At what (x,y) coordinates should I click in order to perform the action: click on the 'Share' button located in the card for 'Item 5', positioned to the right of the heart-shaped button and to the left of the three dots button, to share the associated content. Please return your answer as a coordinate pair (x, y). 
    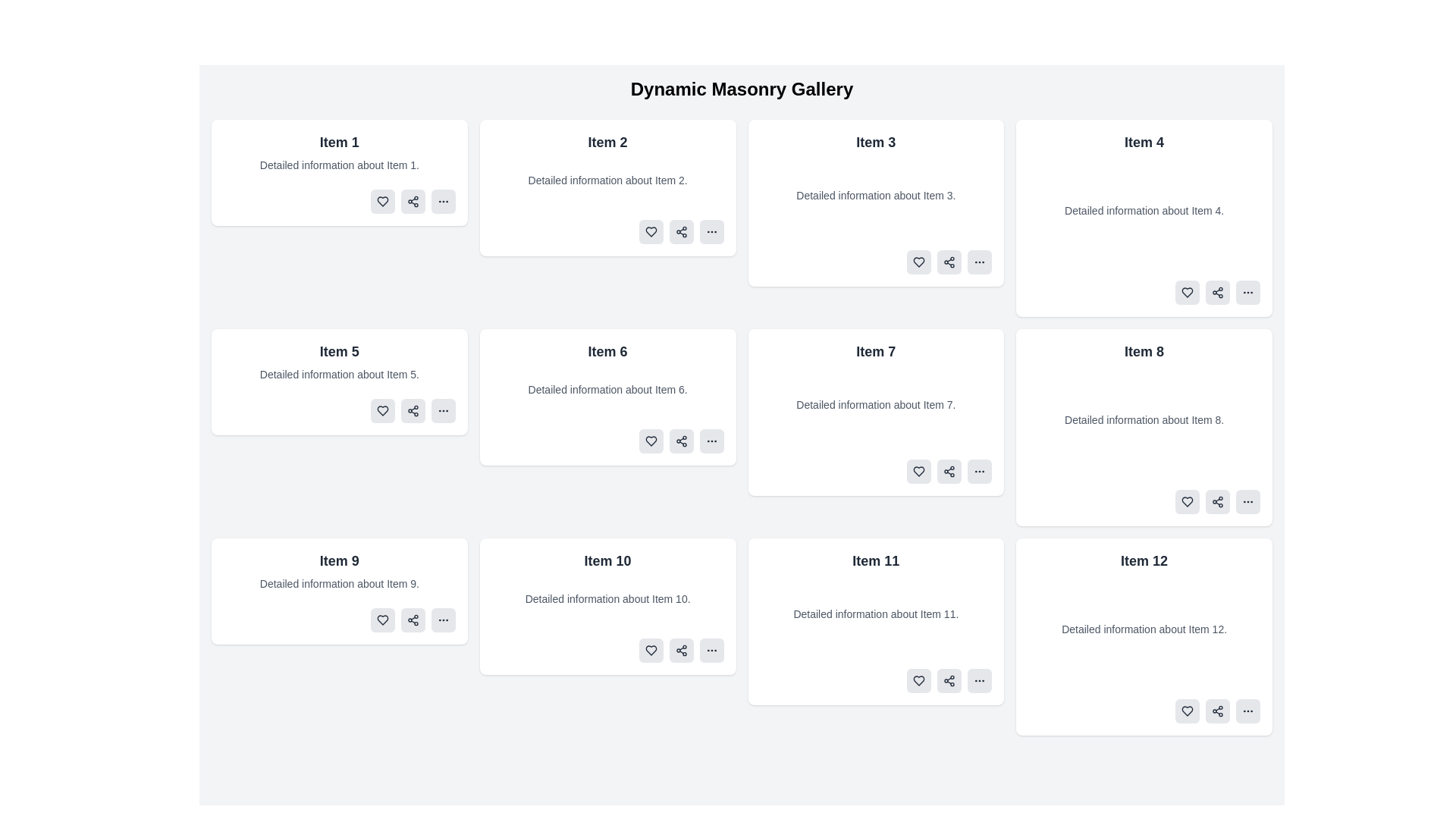
    Looking at the image, I should click on (413, 411).